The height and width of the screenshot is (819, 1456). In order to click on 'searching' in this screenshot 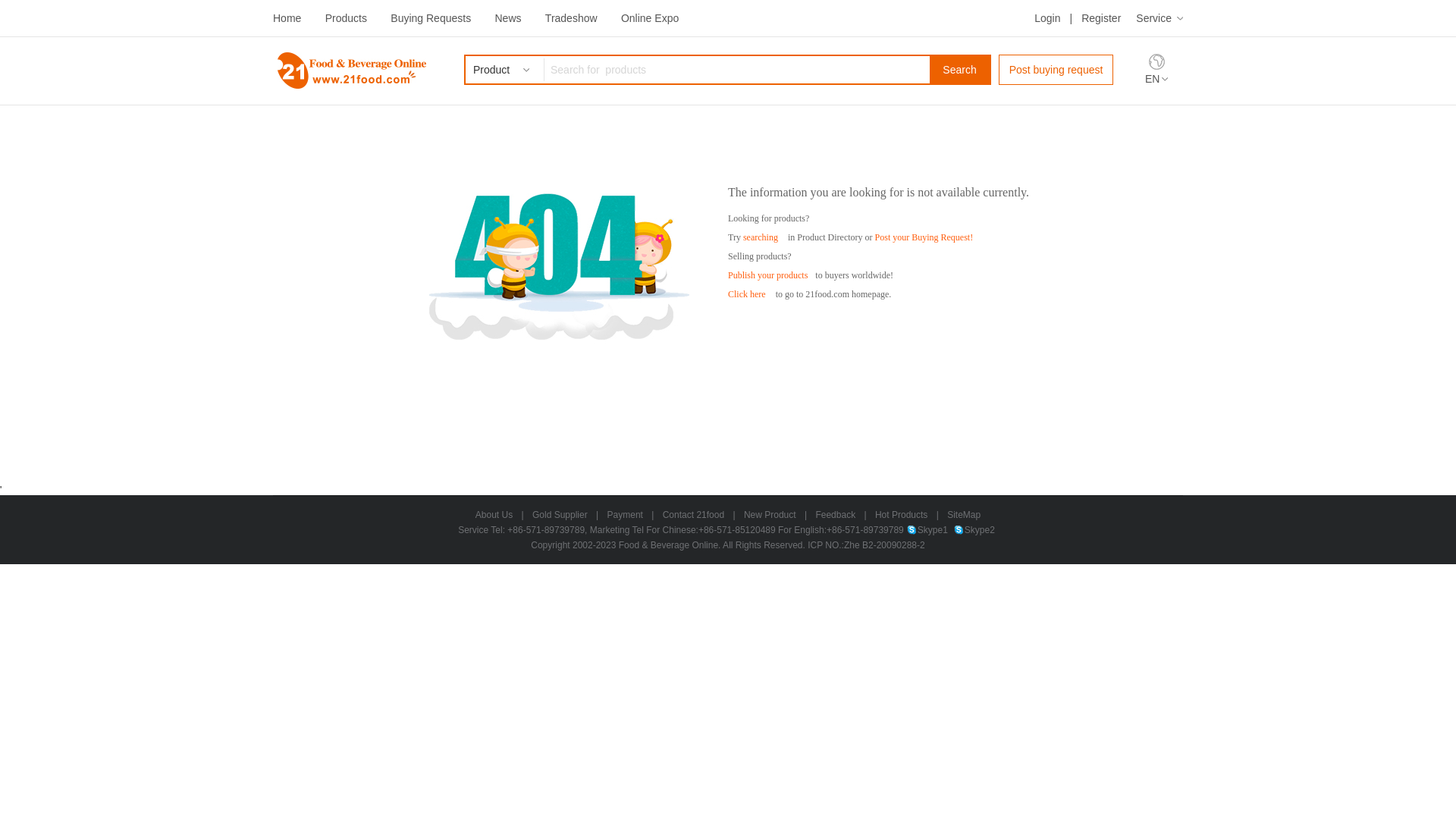, I will do `click(742, 237)`.